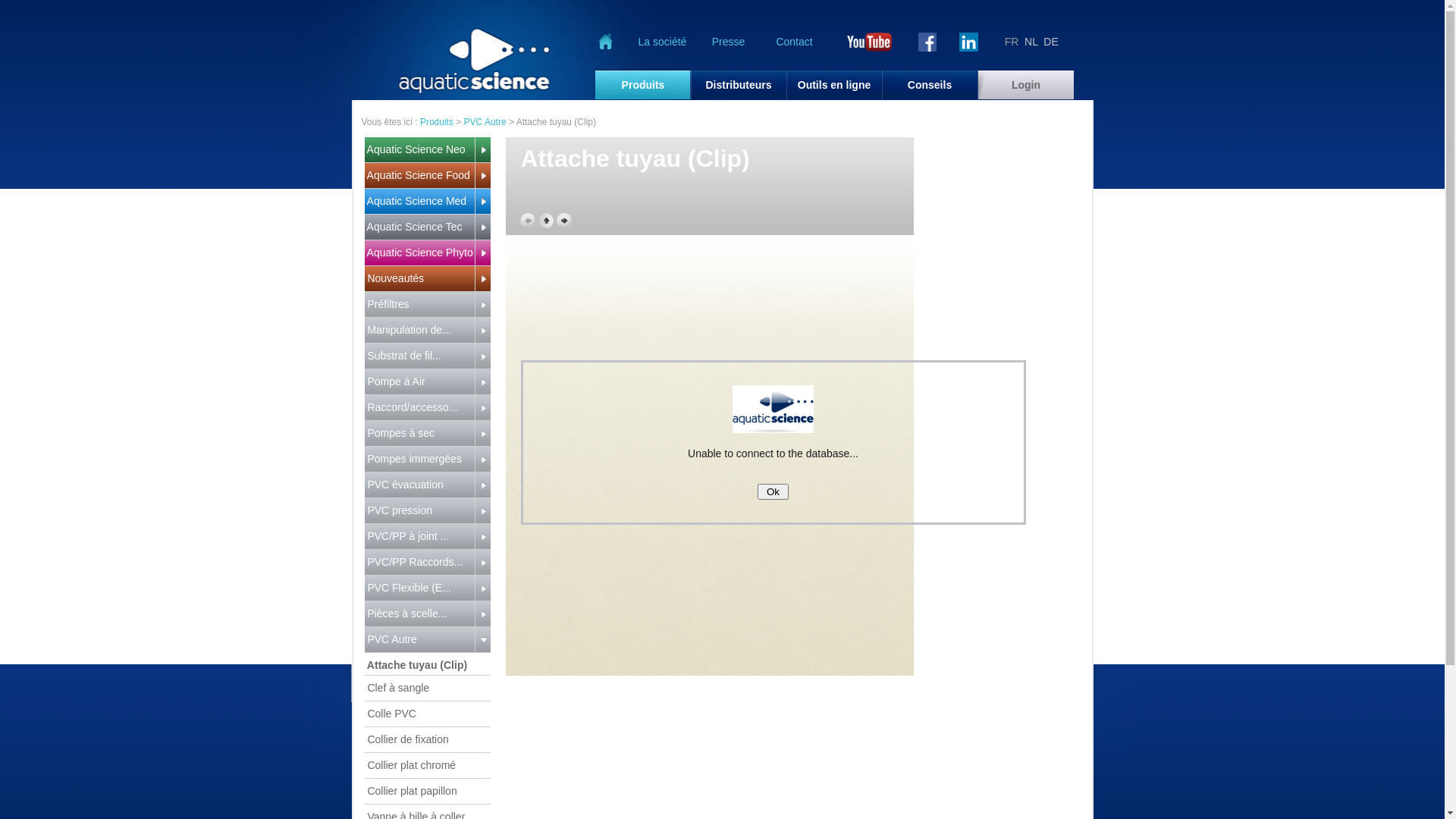  What do you see at coordinates (425, 739) in the screenshot?
I see `' Collier de fixation'` at bounding box center [425, 739].